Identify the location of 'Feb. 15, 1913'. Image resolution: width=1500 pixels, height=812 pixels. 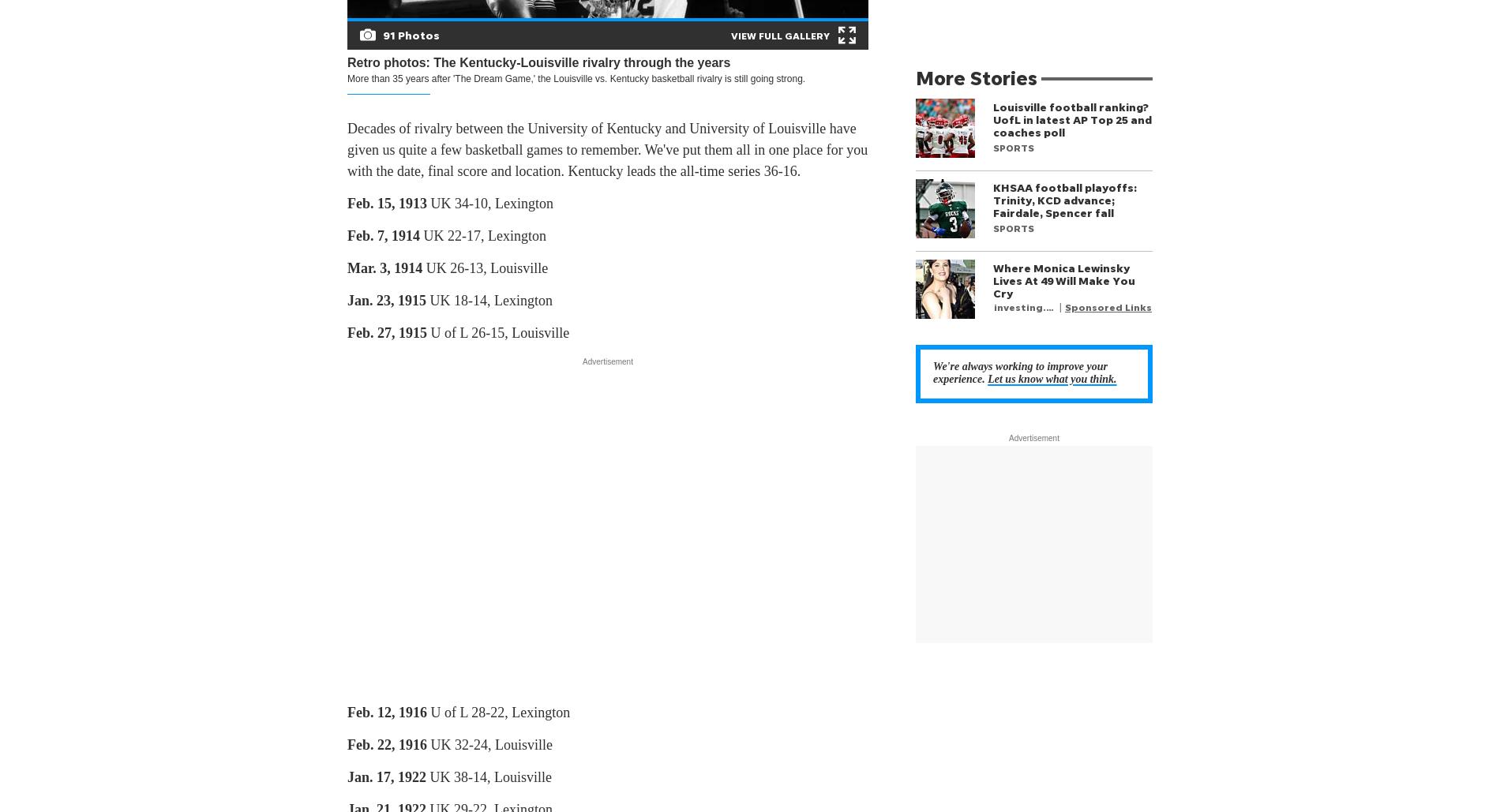
(387, 202).